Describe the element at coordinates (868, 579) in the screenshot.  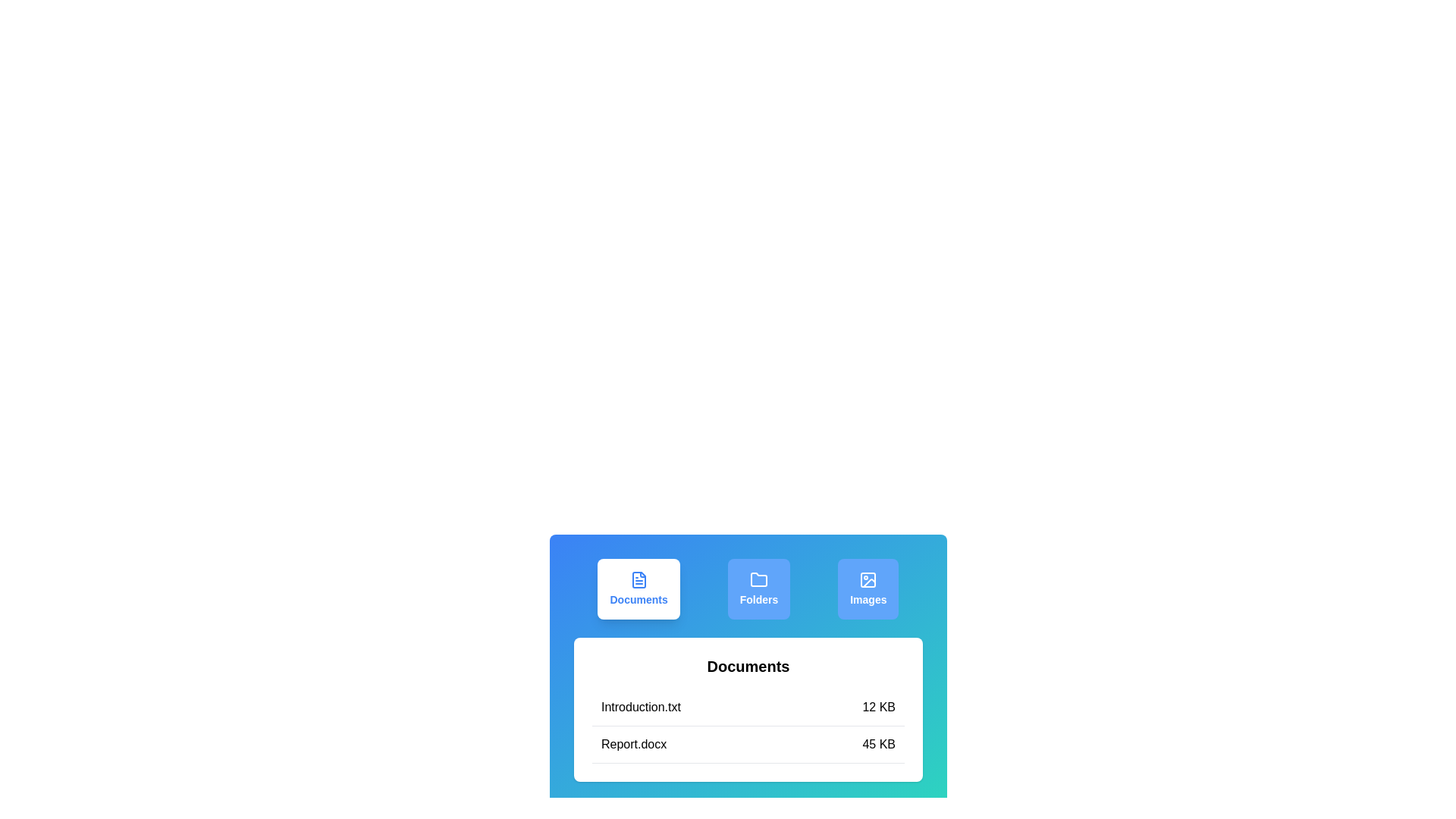
I see `the stylized image icon within the 'Images' button located in the top-right corner of the panel` at that location.